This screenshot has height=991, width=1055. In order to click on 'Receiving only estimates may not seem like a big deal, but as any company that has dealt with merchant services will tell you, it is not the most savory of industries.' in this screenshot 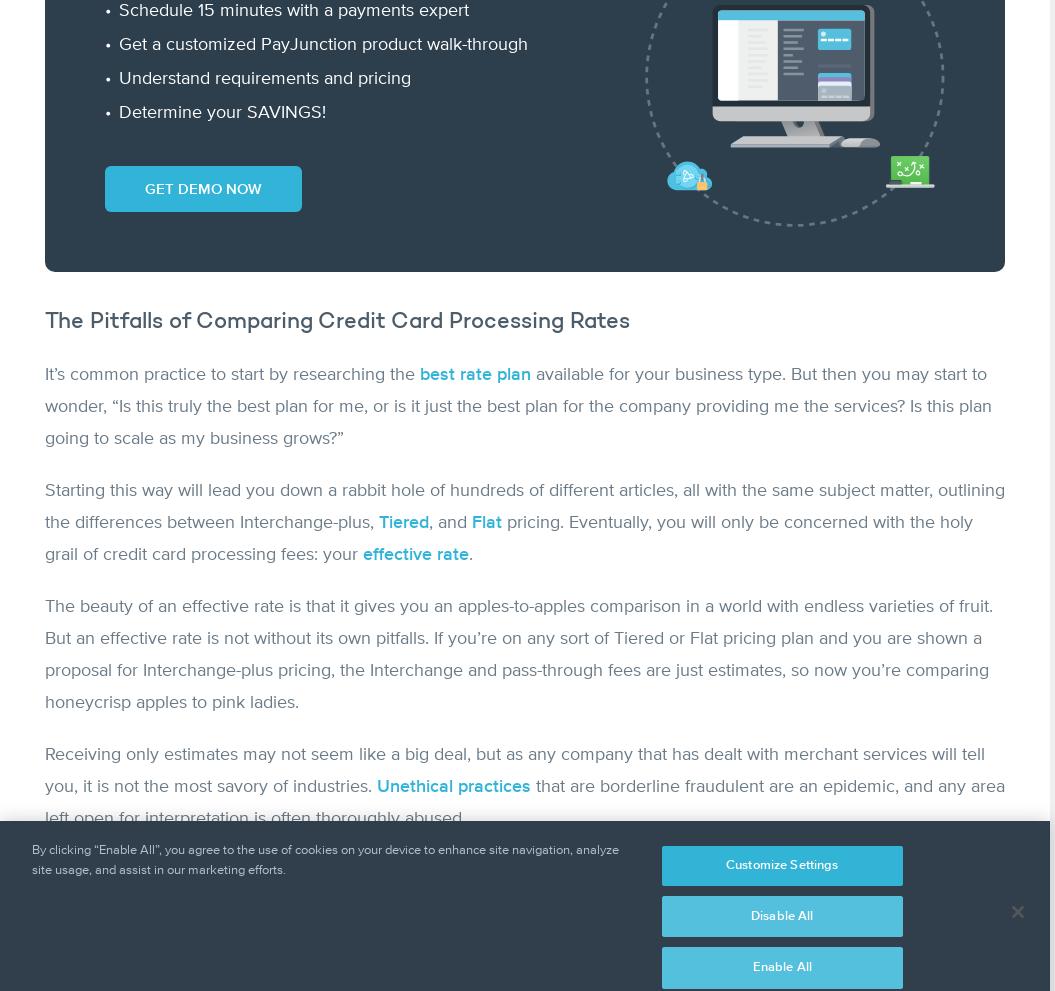, I will do `click(515, 770)`.